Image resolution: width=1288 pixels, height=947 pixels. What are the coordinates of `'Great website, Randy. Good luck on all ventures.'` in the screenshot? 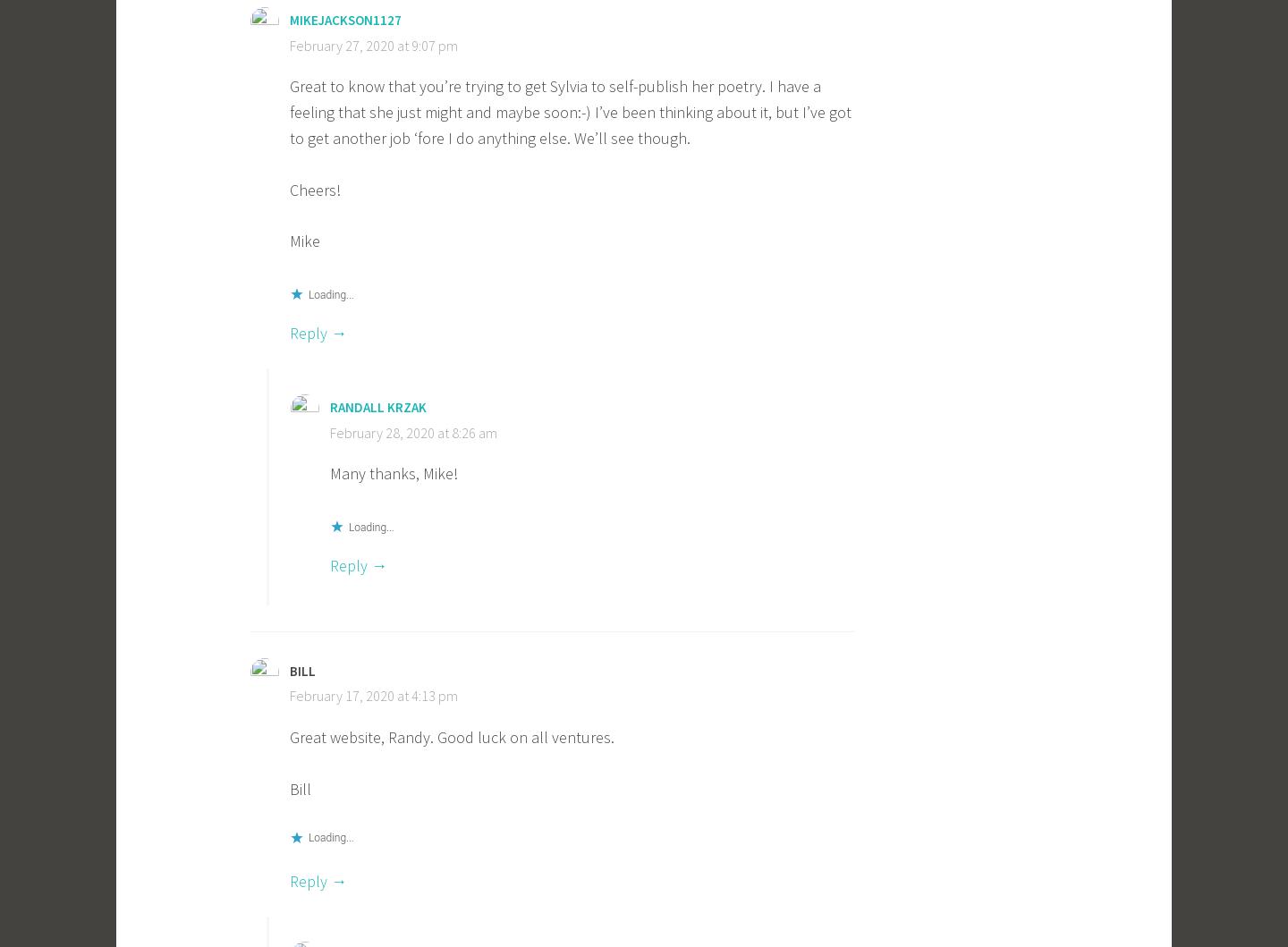 It's located at (451, 736).